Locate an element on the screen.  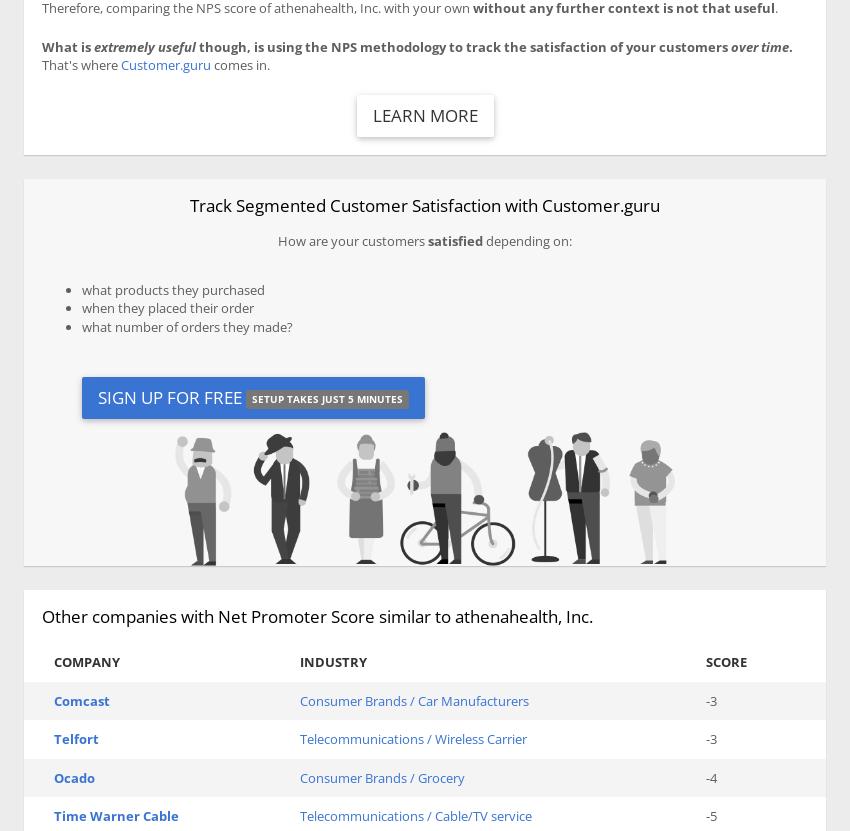
'Telecommunications / Wireless Carrier' is located at coordinates (412, 739).